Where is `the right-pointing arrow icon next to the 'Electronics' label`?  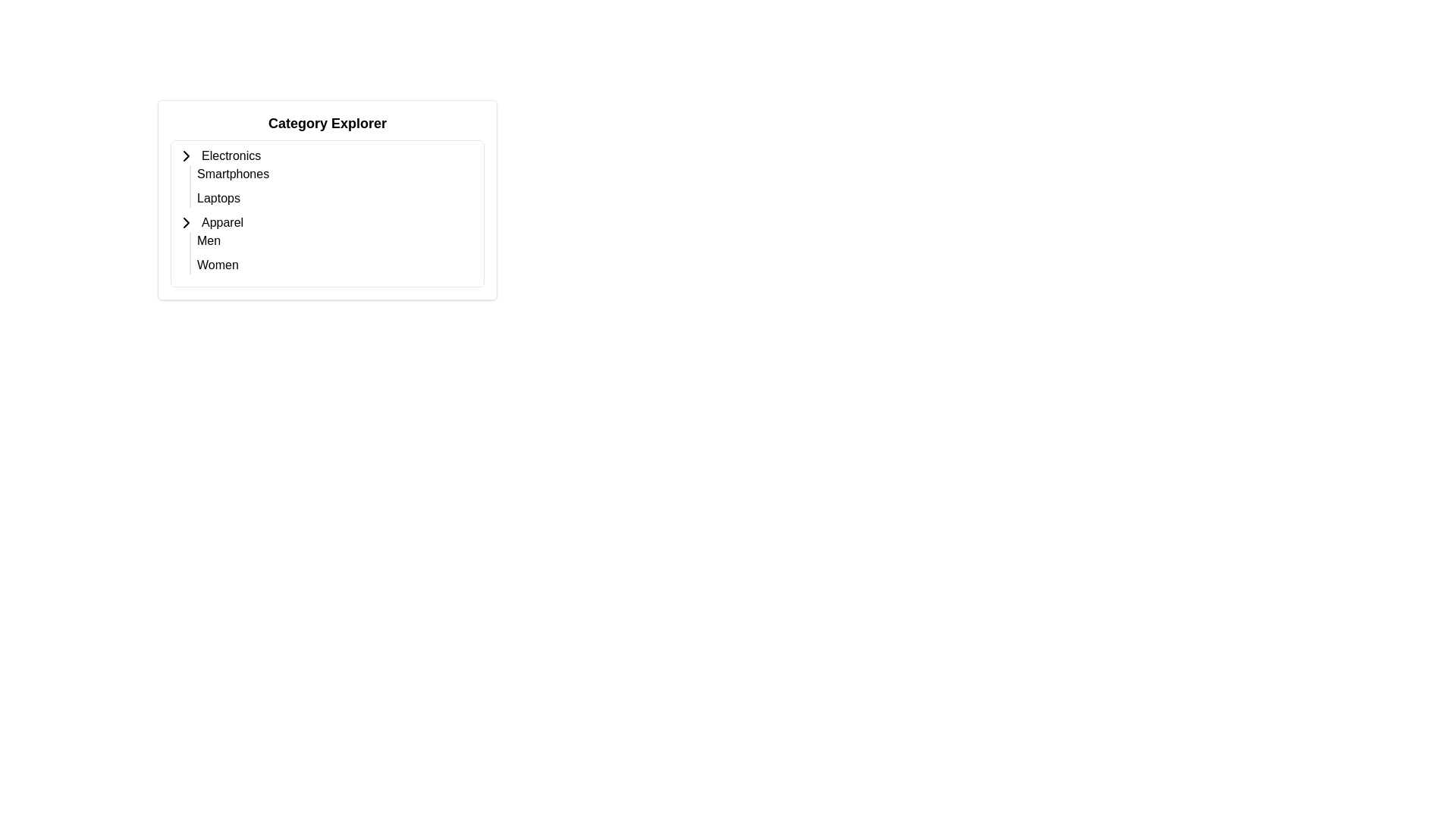
the right-pointing arrow icon next to the 'Electronics' label is located at coordinates (185, 155).